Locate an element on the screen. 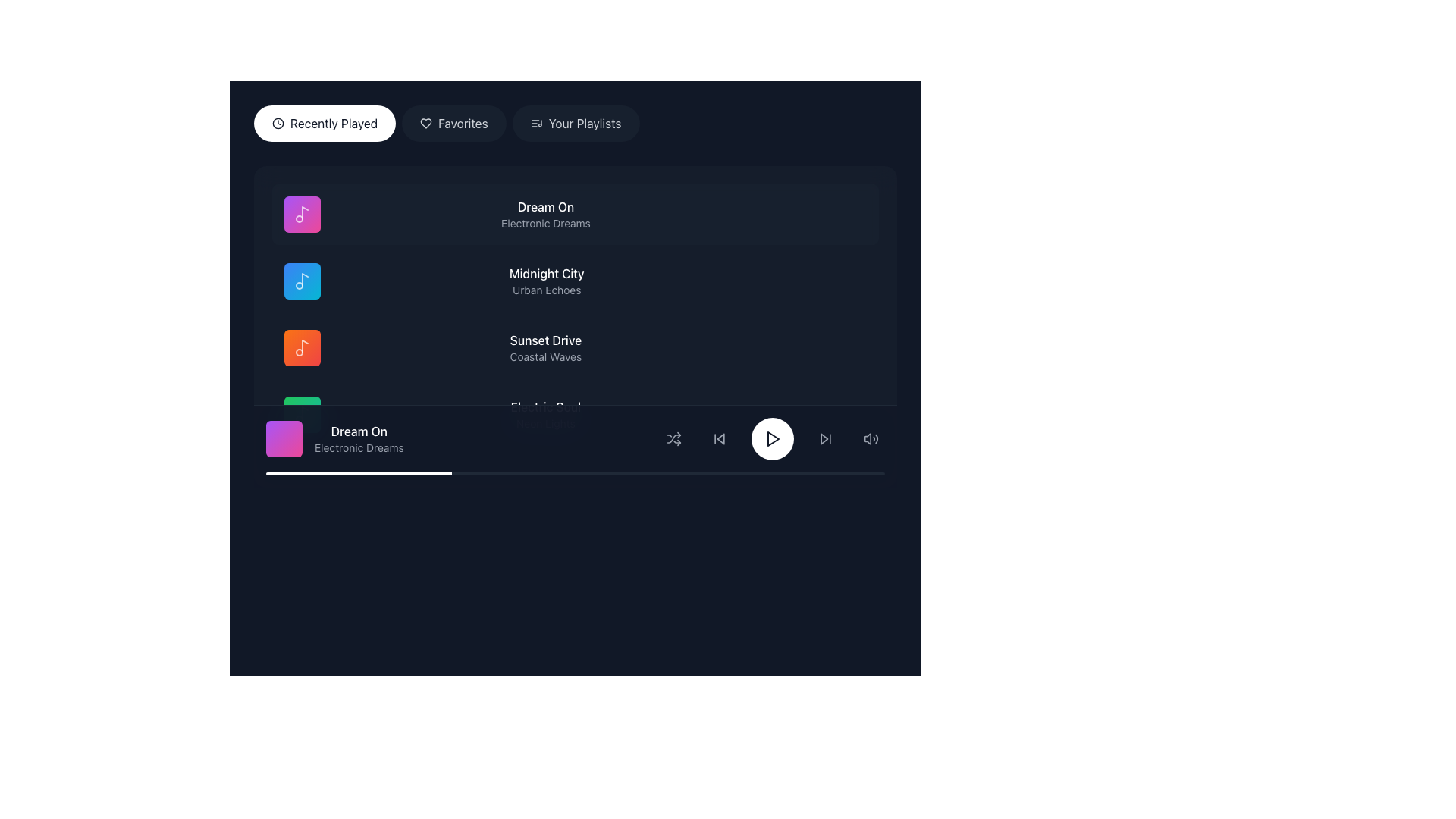 The width and height of the screenshot is (1456, 819). the circular button with three horizontally aligned dots on the far-right side of the media control interface is located at coordinates (855, 415).